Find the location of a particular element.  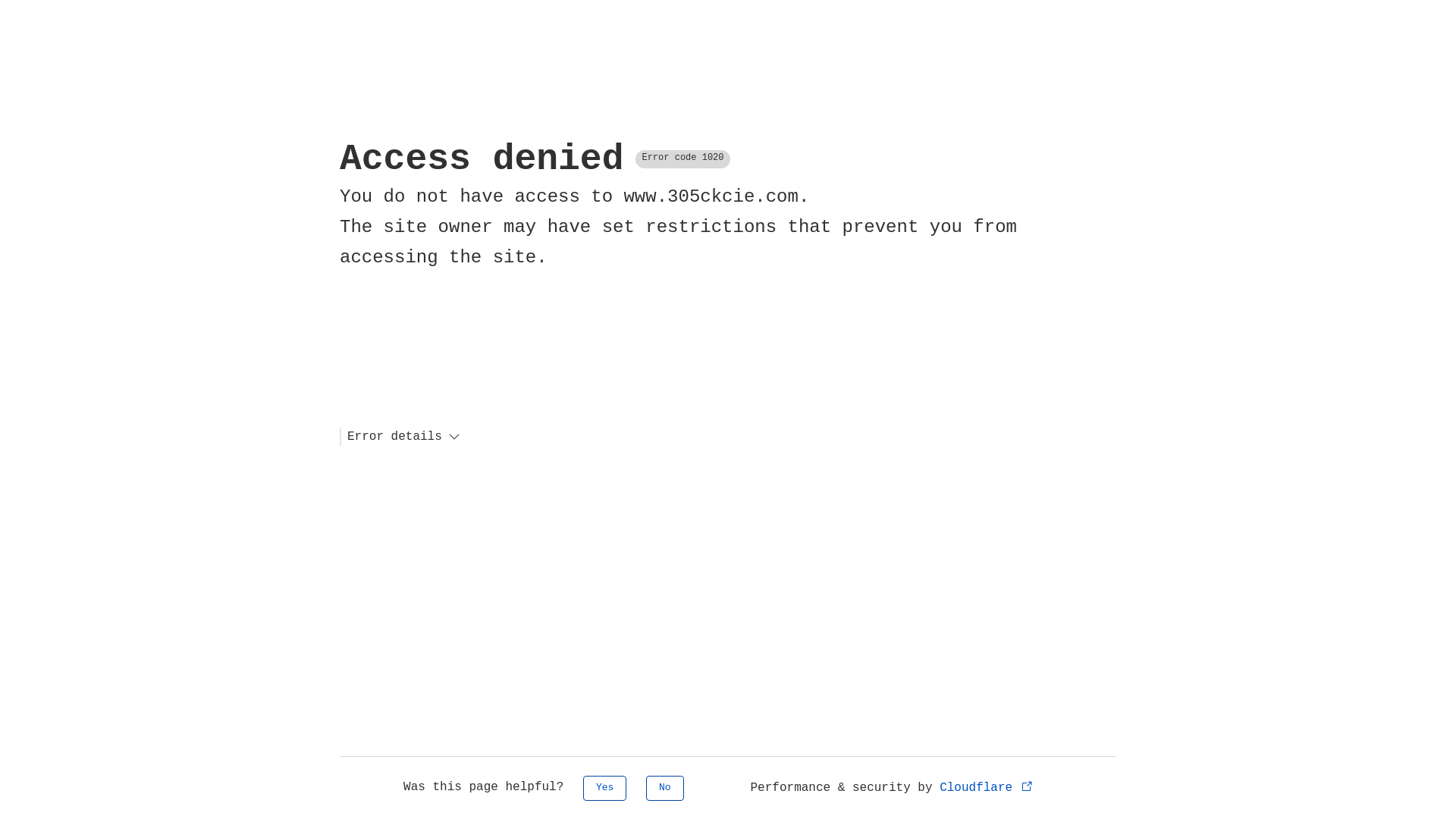

'Opens in new tab' is located at coordinates (1027, 785).